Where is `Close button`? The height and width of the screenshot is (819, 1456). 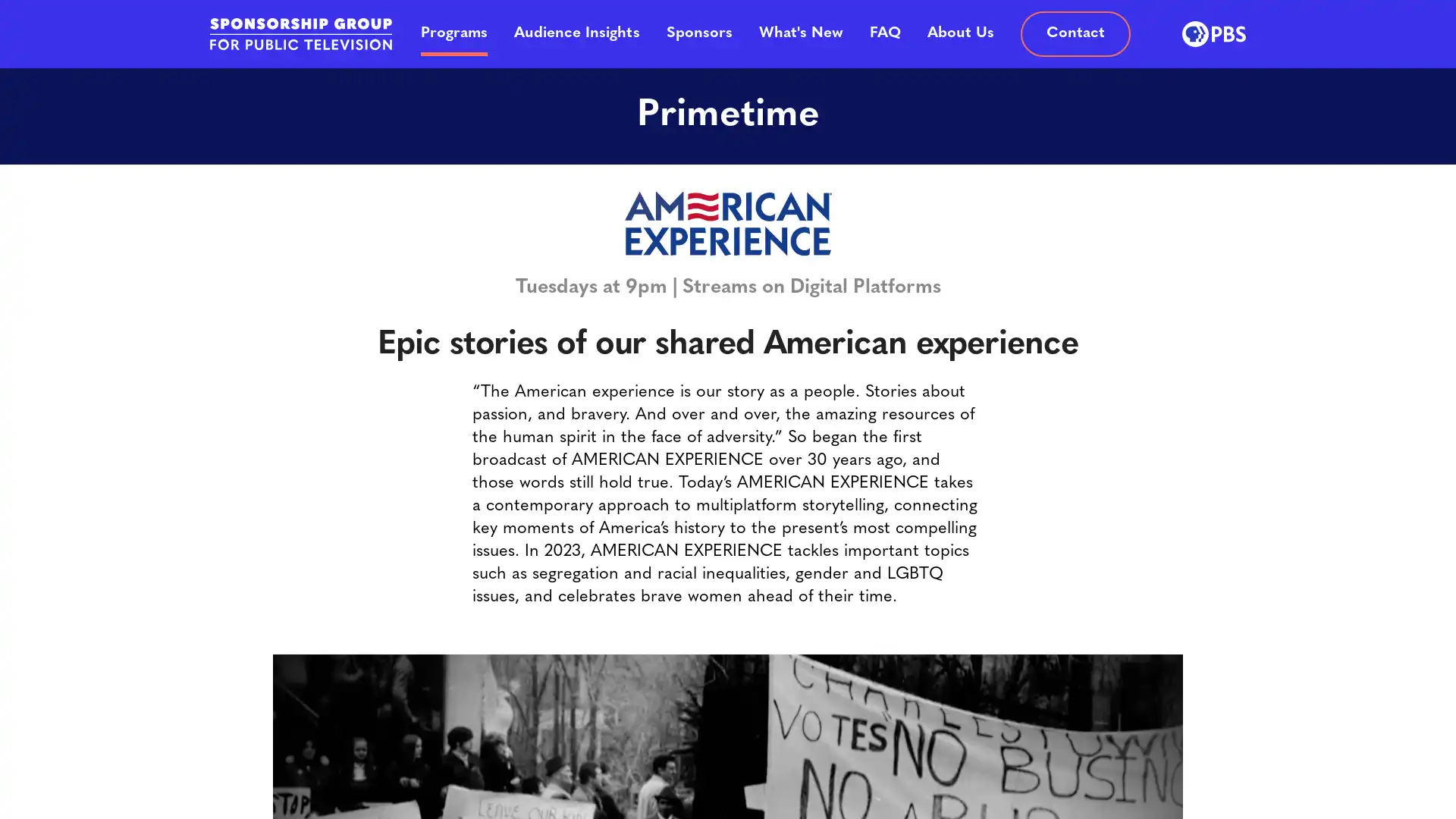 Close button is located at coordinates (965, 154).